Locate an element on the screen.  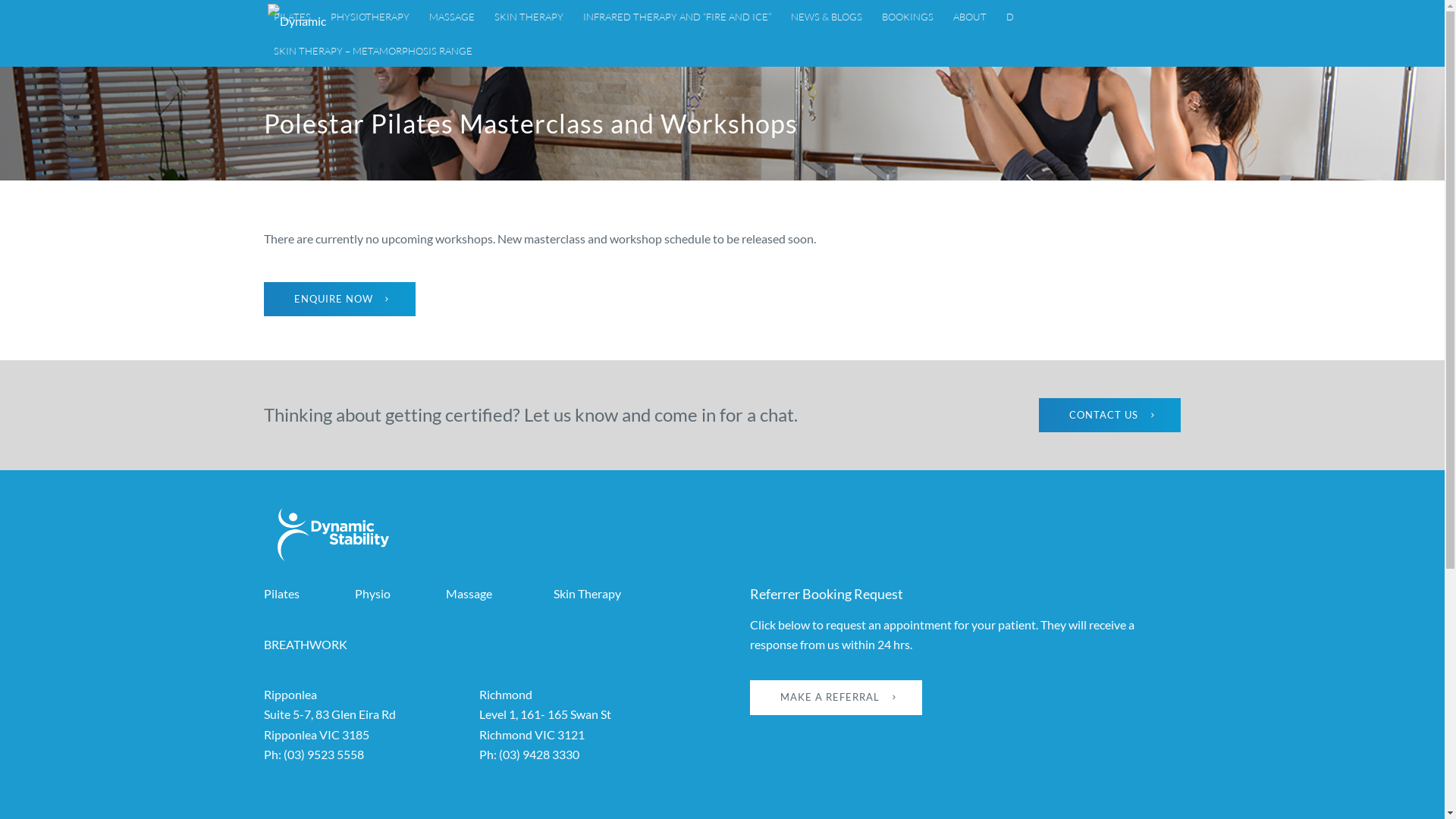
'BOOKINGS' is located at coordinates (872, 17).